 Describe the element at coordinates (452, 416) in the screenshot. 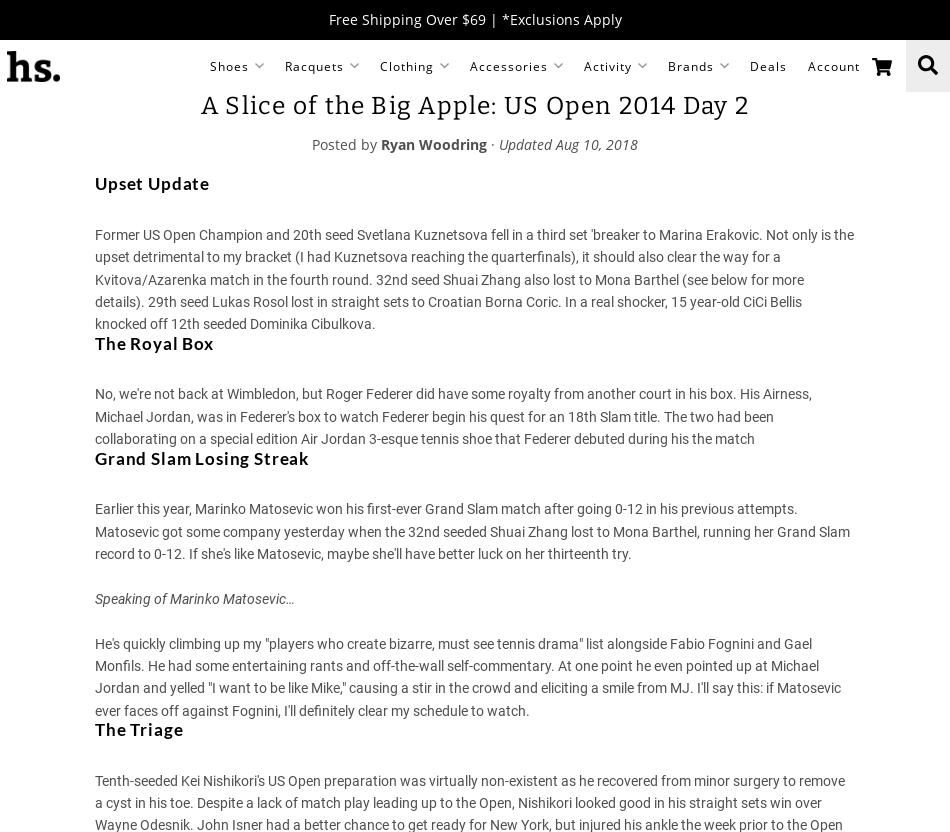

I see `'No, we're not back at Wimbledon, but Roger Federer did have some royalty from another court in his box. His Airness, Michael Jordan, was in Federer's box to watch Federer begin his quest for an 18th Slam title. The two had been collaborating on a special edition Air Jordan 3-esque tennis shoe that Federer debuted during his the match'` at that location.